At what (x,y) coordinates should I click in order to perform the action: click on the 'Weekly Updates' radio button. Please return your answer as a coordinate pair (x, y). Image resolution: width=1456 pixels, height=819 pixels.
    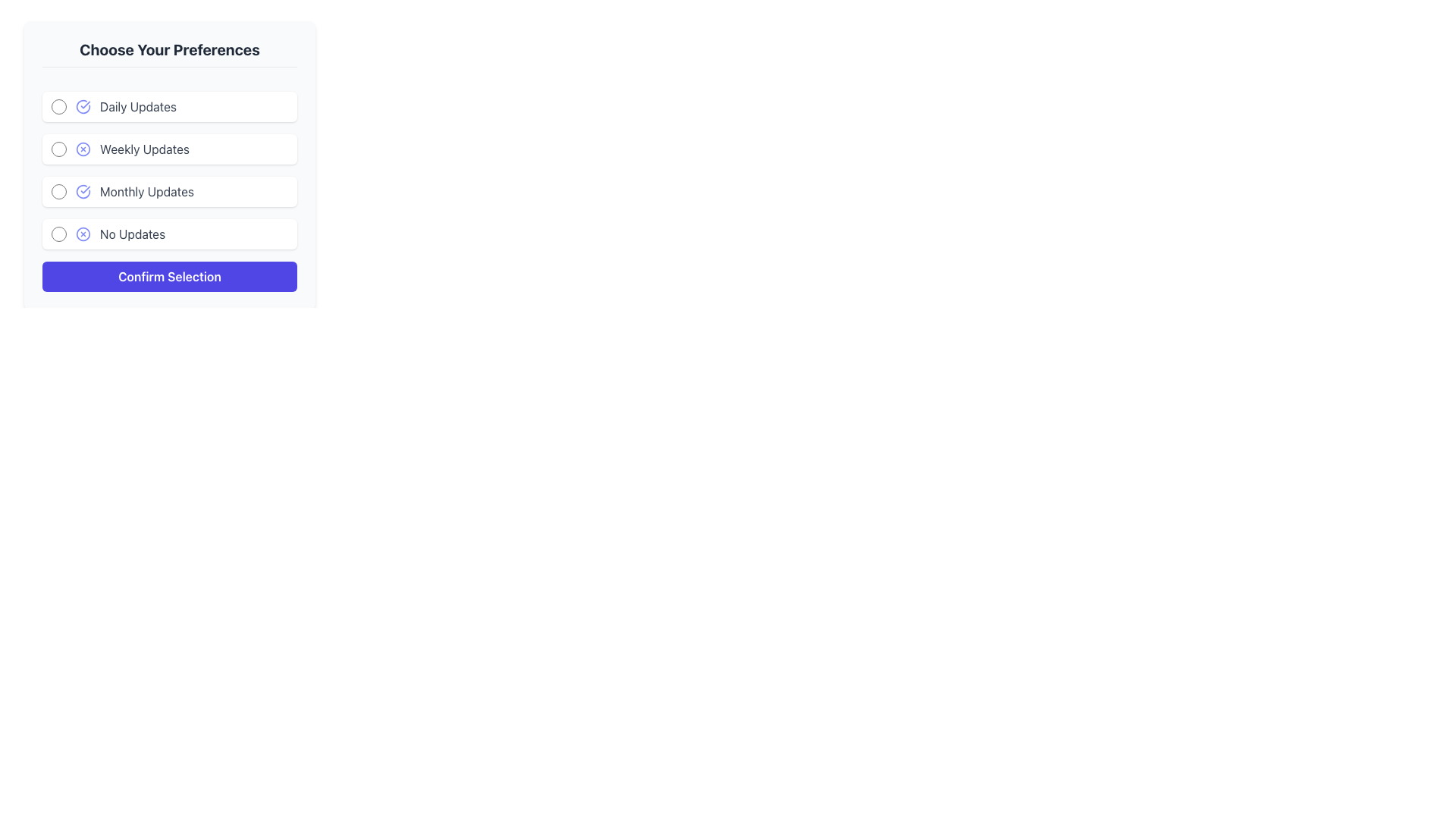
    Looking at the image, I should click on (83, 149).